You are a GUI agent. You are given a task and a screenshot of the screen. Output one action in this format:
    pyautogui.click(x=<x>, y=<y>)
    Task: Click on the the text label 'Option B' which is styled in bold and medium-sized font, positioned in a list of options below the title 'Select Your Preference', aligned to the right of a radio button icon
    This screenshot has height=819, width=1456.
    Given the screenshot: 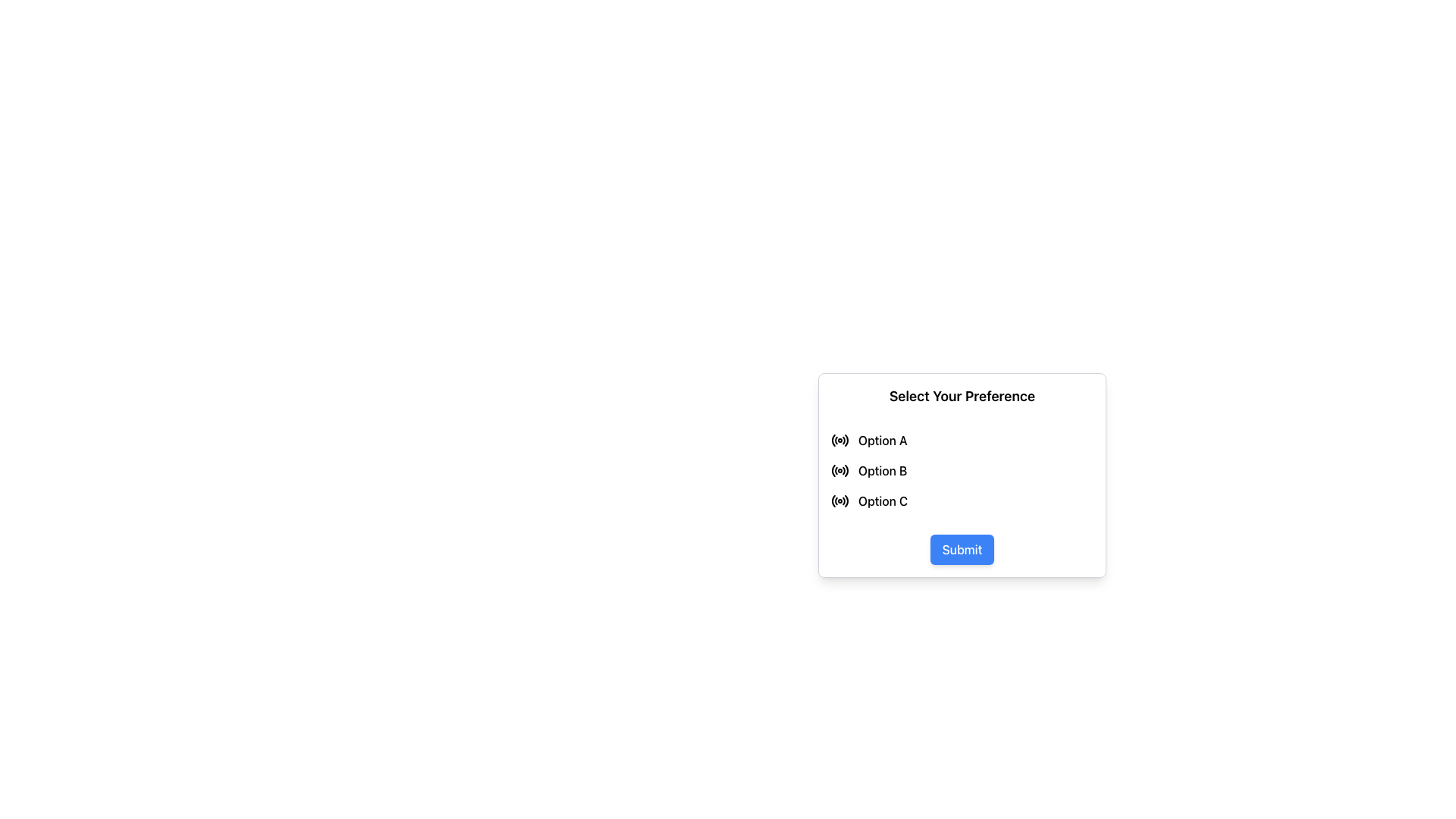 What is the action you would take?
    pyautogui.click(x=883, y=470)
    